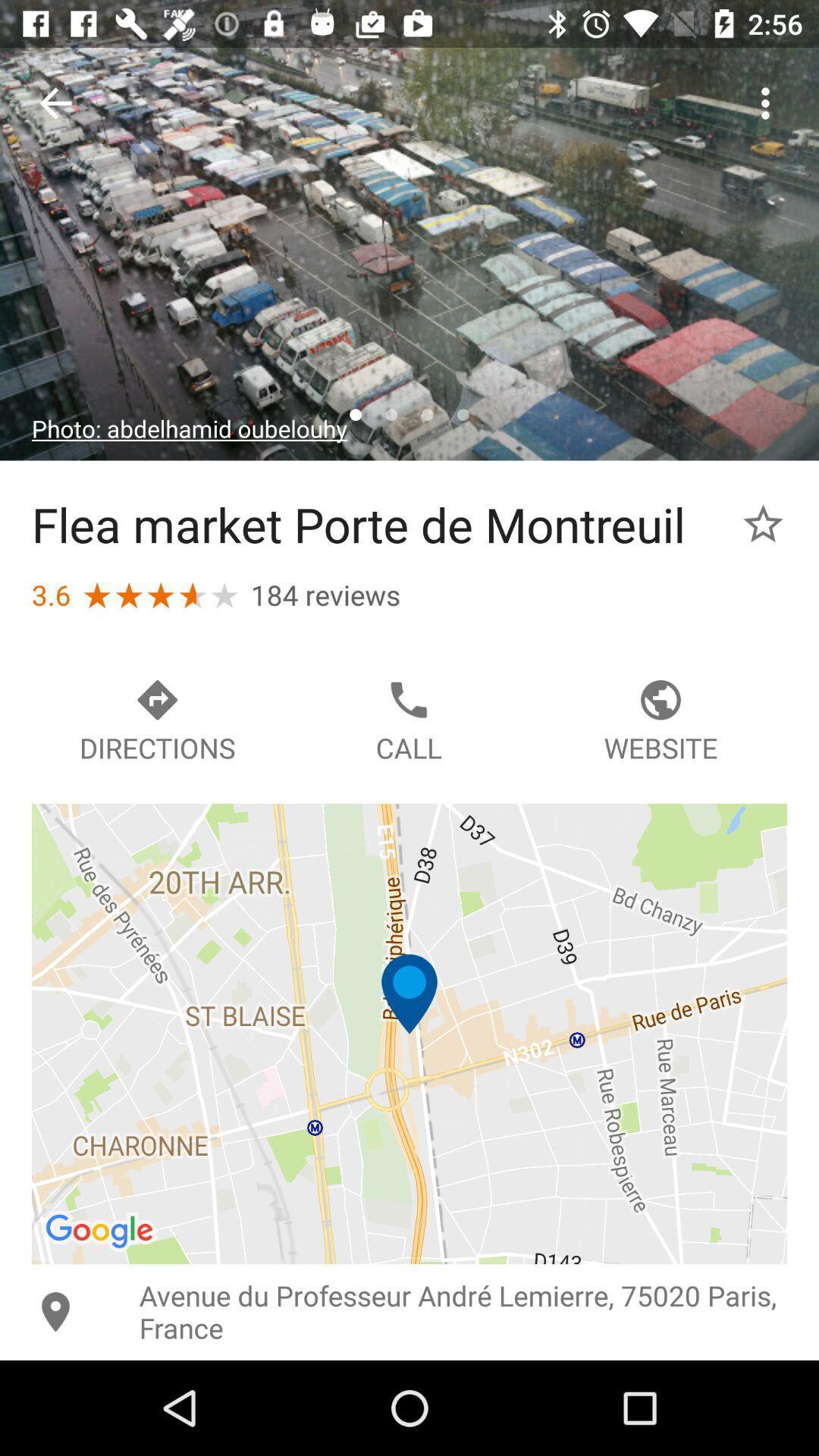 The width and height of the screenshot is (819, 1456). I want to click on the star icon, so click(763, 524).